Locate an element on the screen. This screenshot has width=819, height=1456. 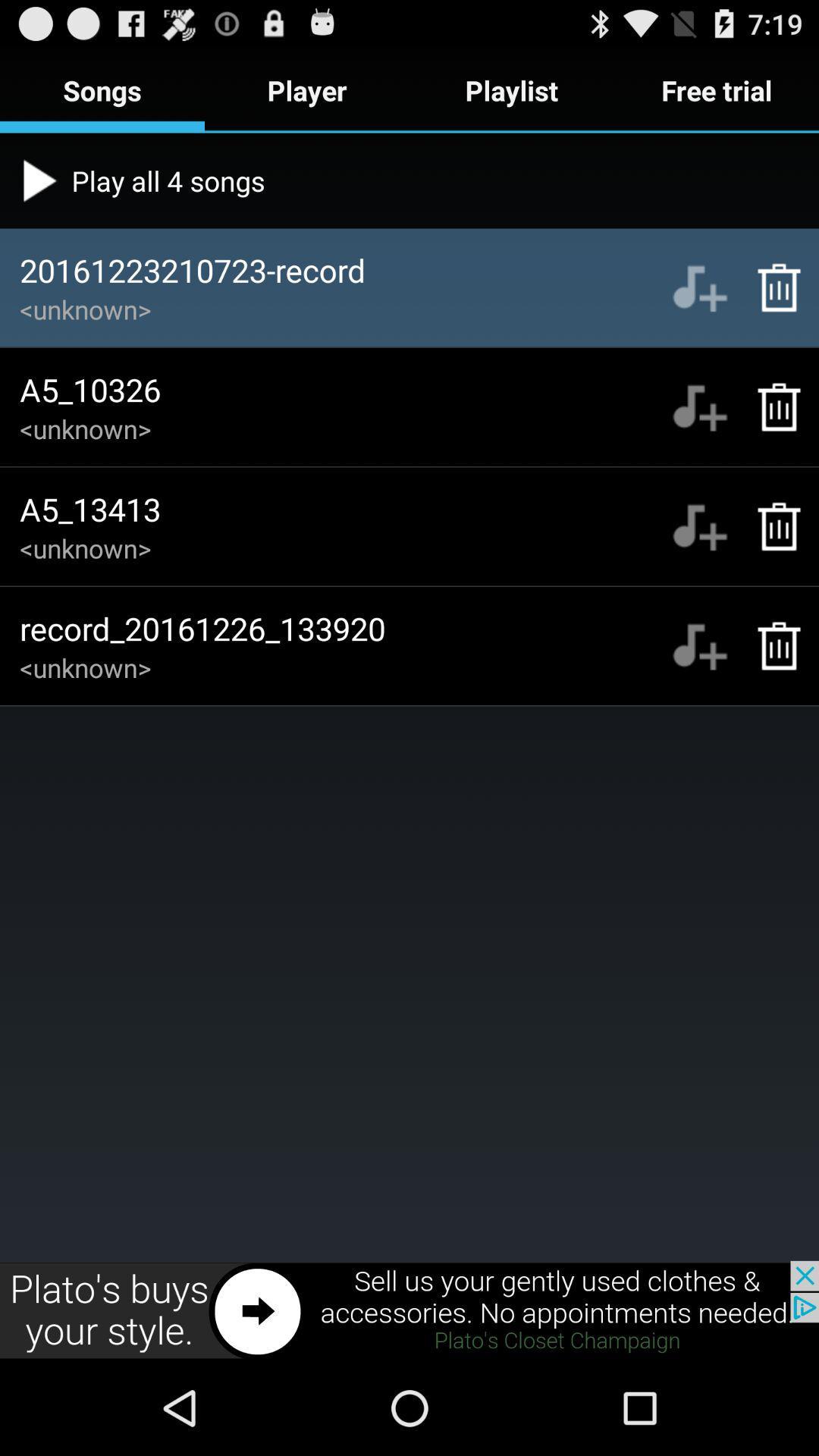
the delete option is located at coordinates (771, 645).